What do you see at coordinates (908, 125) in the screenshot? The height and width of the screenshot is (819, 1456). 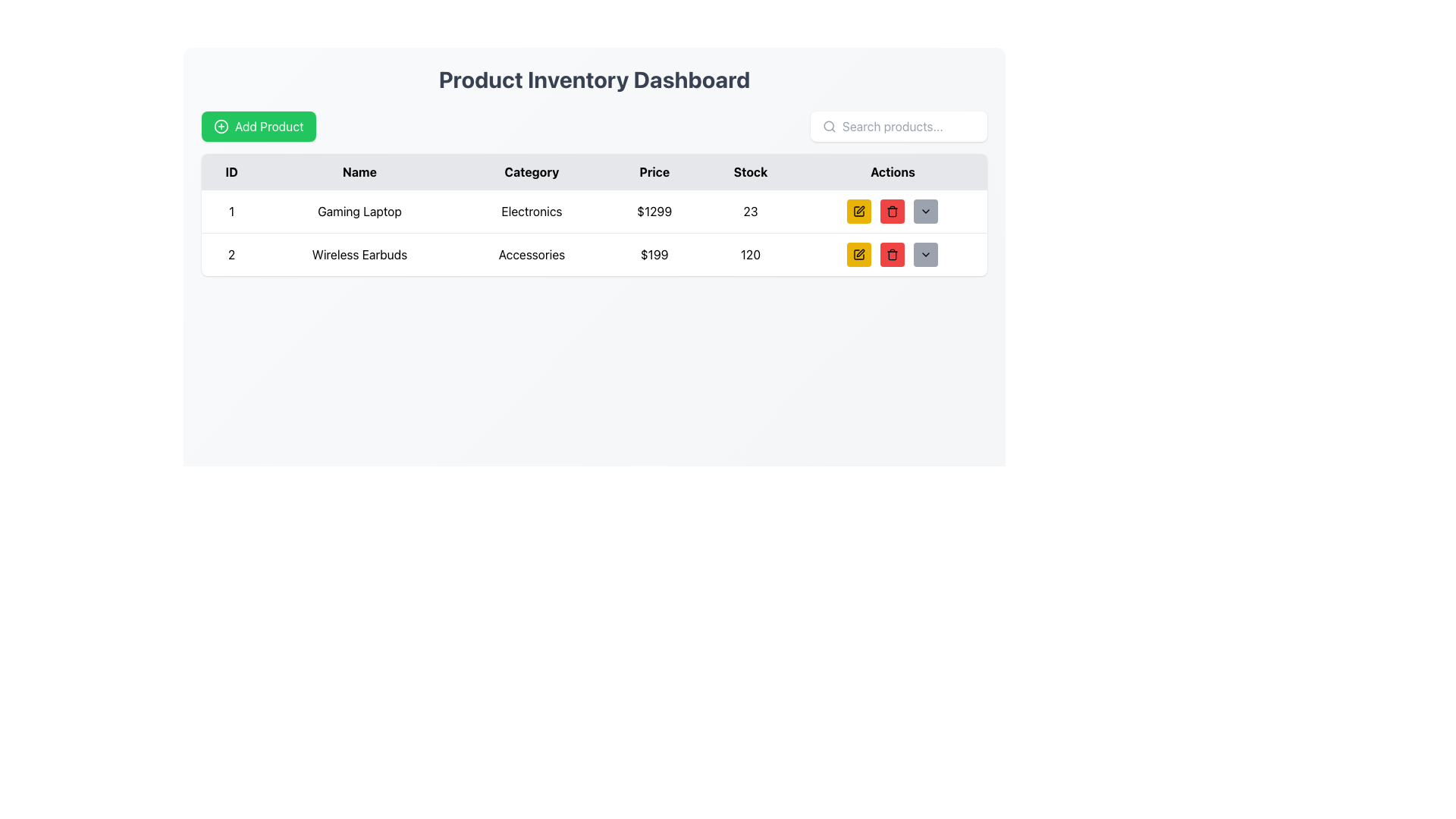 I see `the search text input field located in the top-right corner of the interface to trigger the tooltip or focus effect` at bounding box center [908, 125].